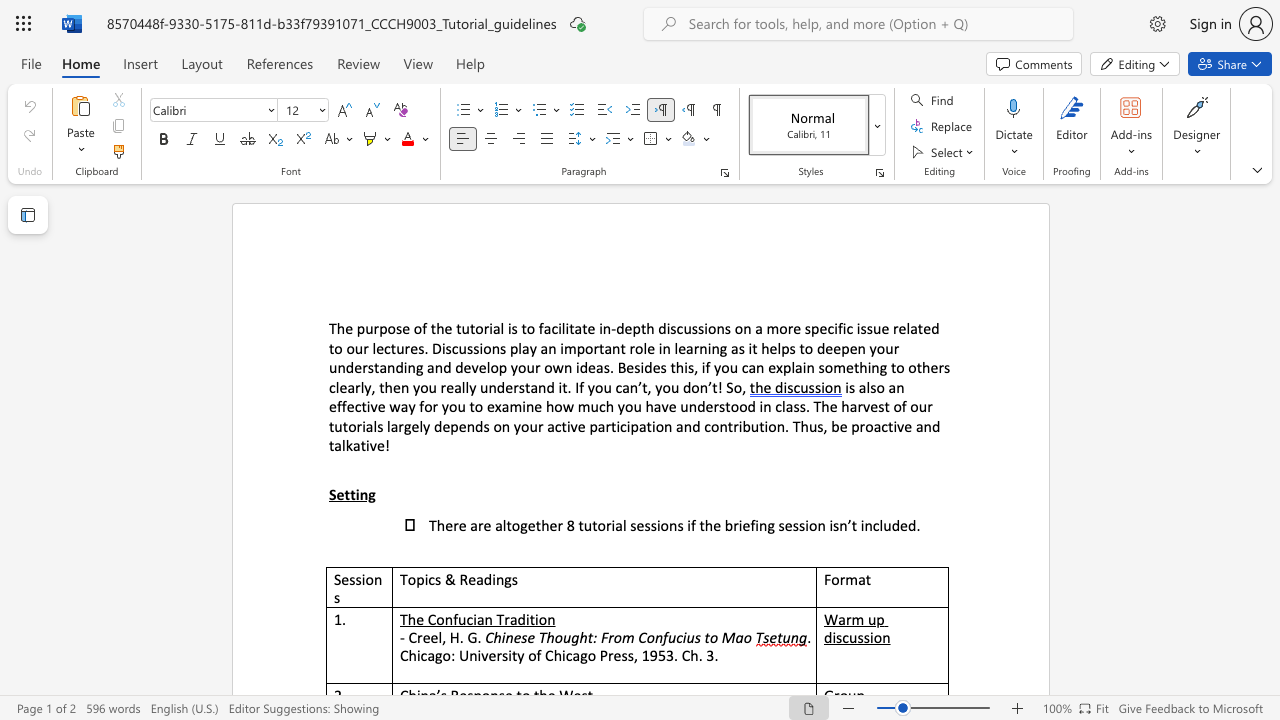 This screenshot has width=1280, height=720. I want to click on the subset text "la" within the text "in-depth discussions on a more specific issue related to our lectures. Discussions play", so click(518, 347).